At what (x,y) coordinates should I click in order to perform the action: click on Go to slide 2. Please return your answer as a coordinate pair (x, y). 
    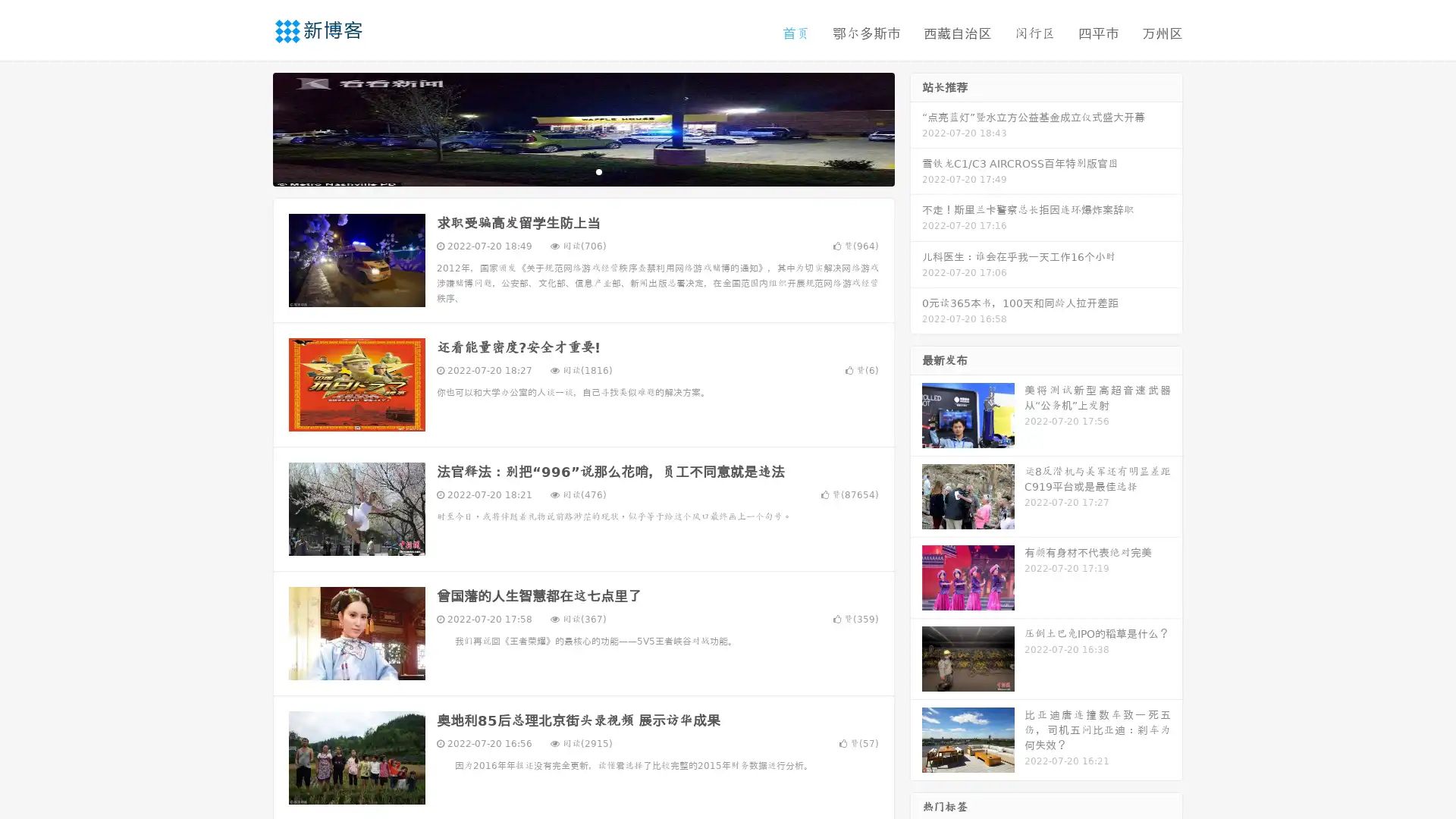
    Looking at the image, I should click on (582, 171).